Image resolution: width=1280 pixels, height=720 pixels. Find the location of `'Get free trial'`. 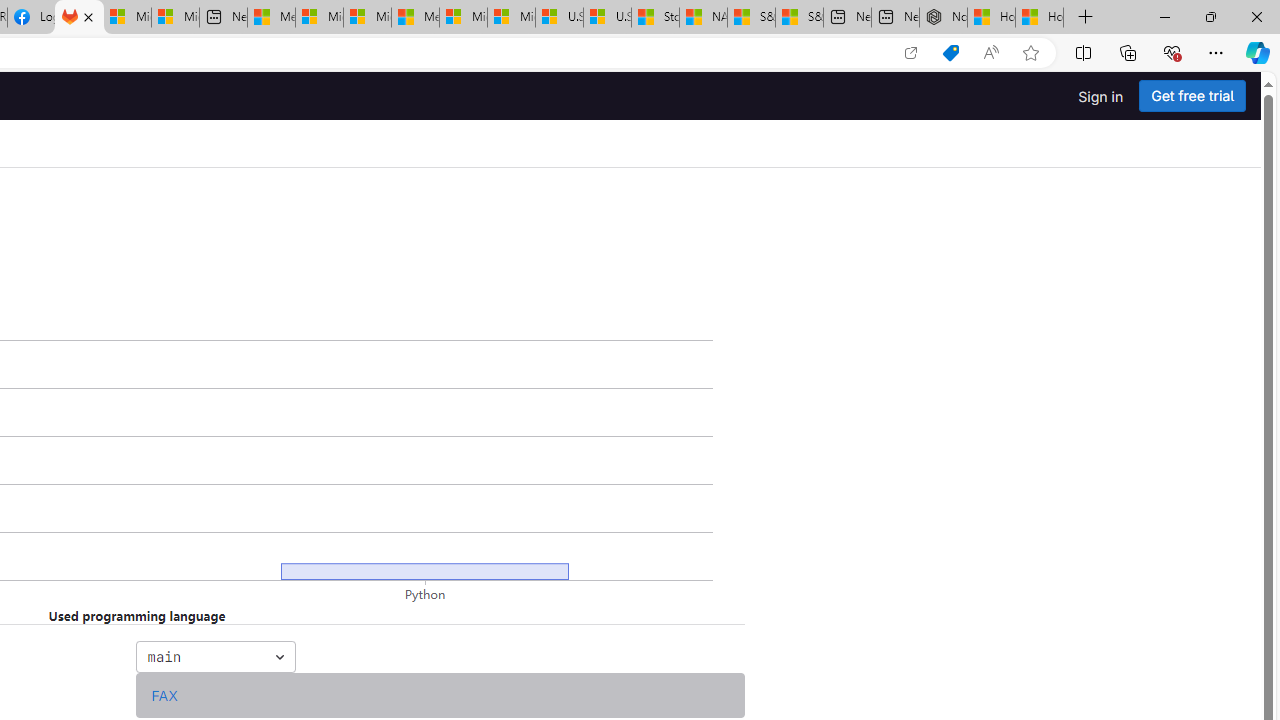

'Get free trial' is located at coordinates (1192, 96).